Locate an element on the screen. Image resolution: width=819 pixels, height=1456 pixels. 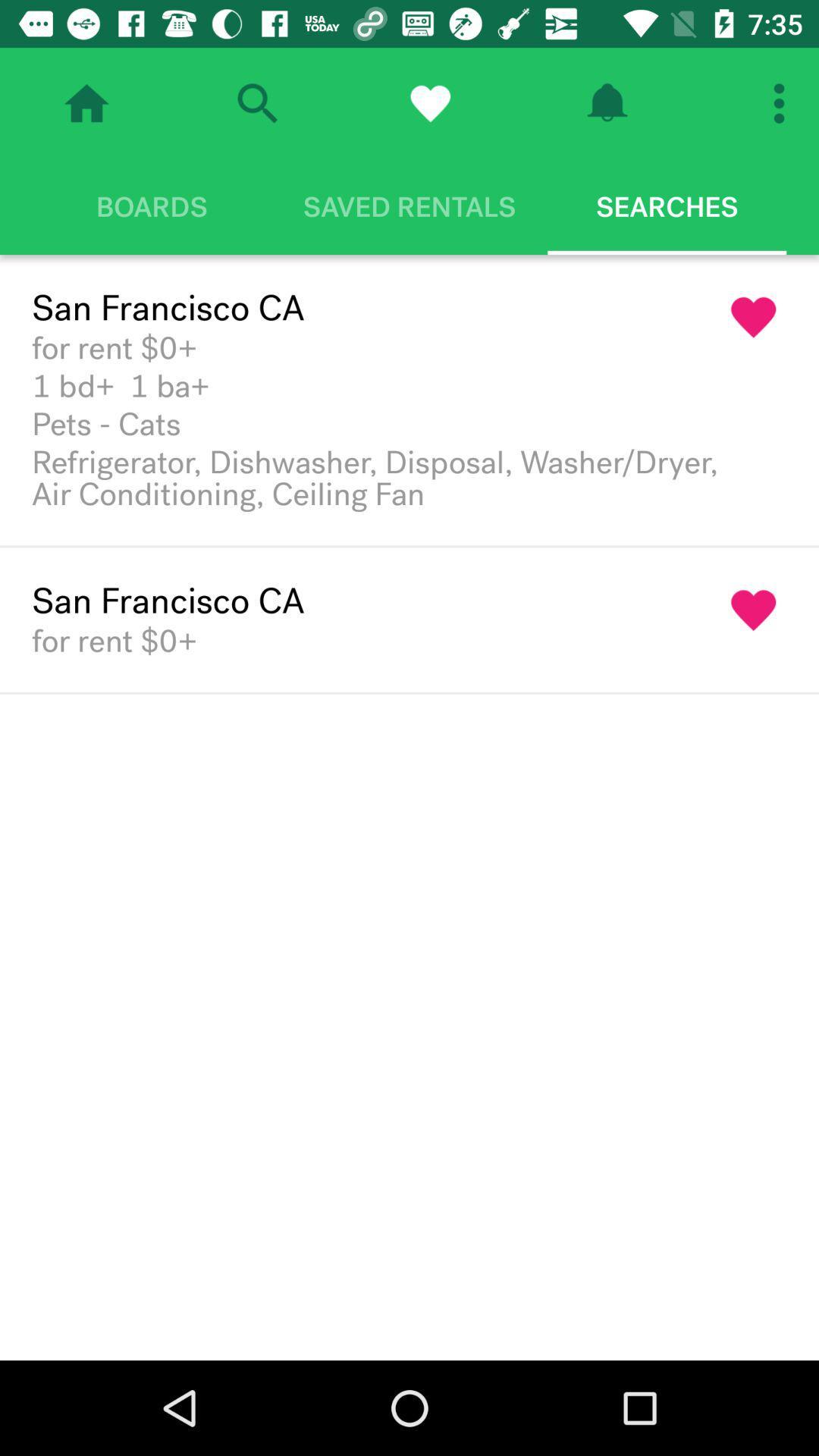
like heart the option is located at coordinates (754, 610).